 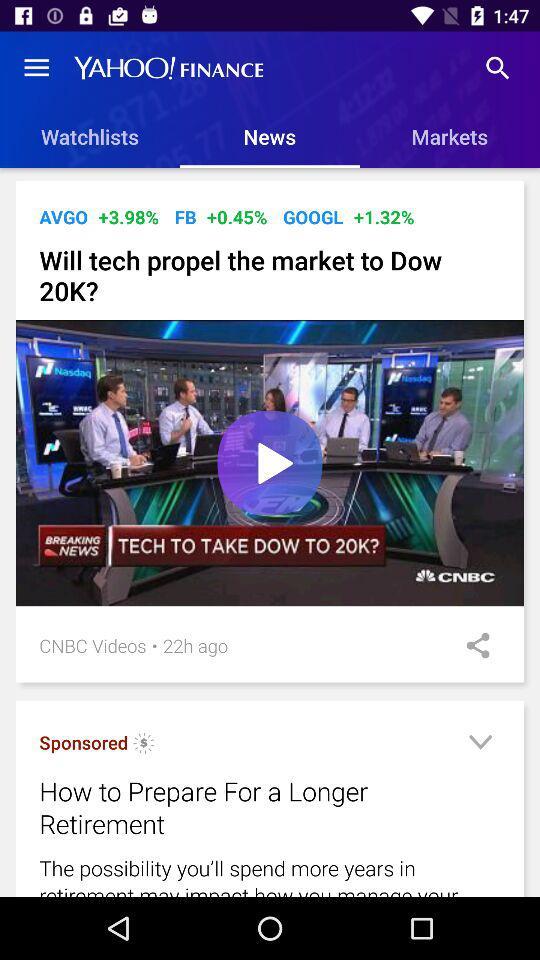 What do you see at coordinates (143, 744) in the screenshot?
I see `find out the sponsor` at bounding box center [143, 744].